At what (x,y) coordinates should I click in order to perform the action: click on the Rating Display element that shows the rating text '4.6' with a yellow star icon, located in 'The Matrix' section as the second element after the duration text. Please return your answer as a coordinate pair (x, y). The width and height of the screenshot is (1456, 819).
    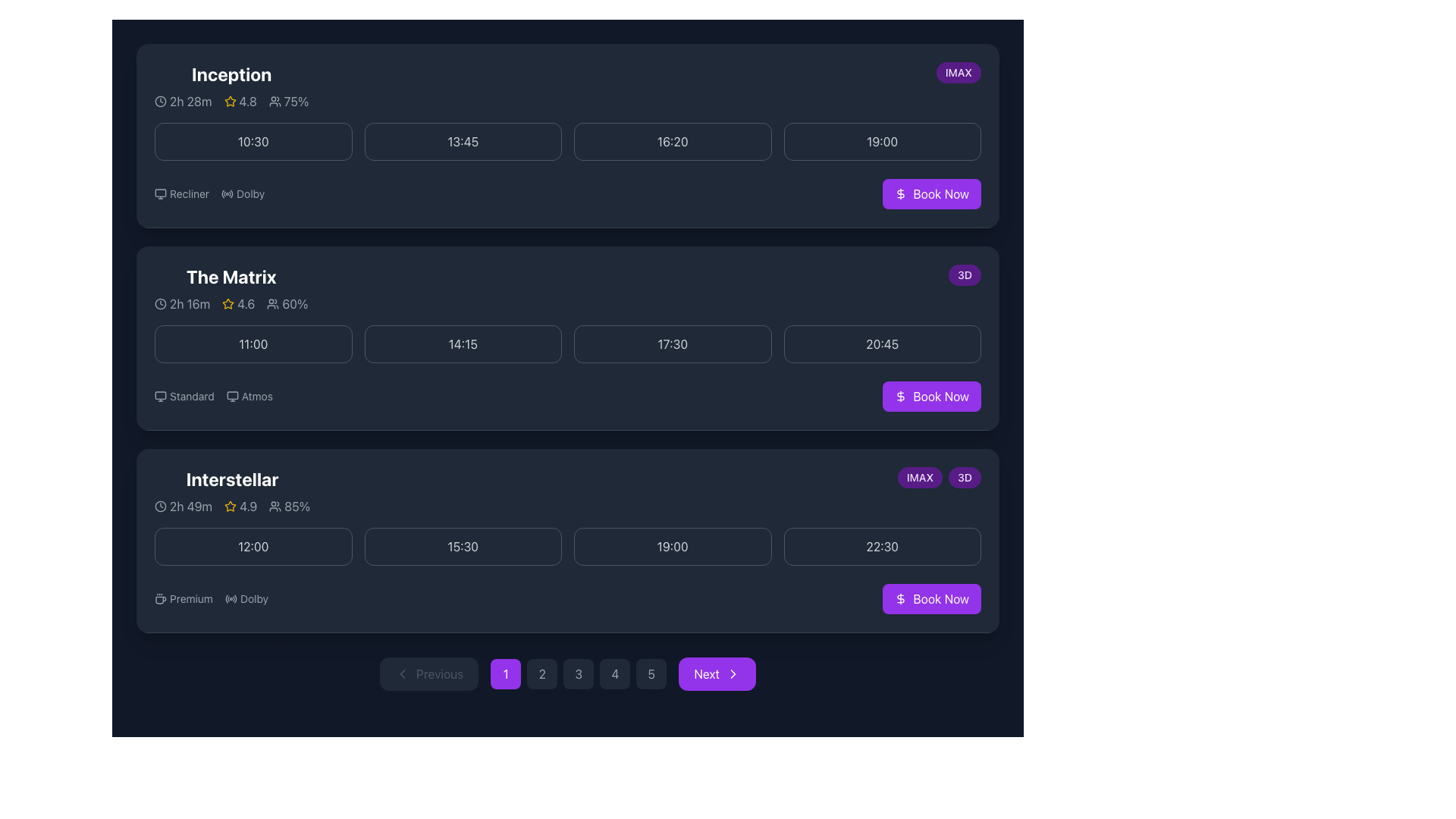
    Looking at the image, I should click on (237, 304).